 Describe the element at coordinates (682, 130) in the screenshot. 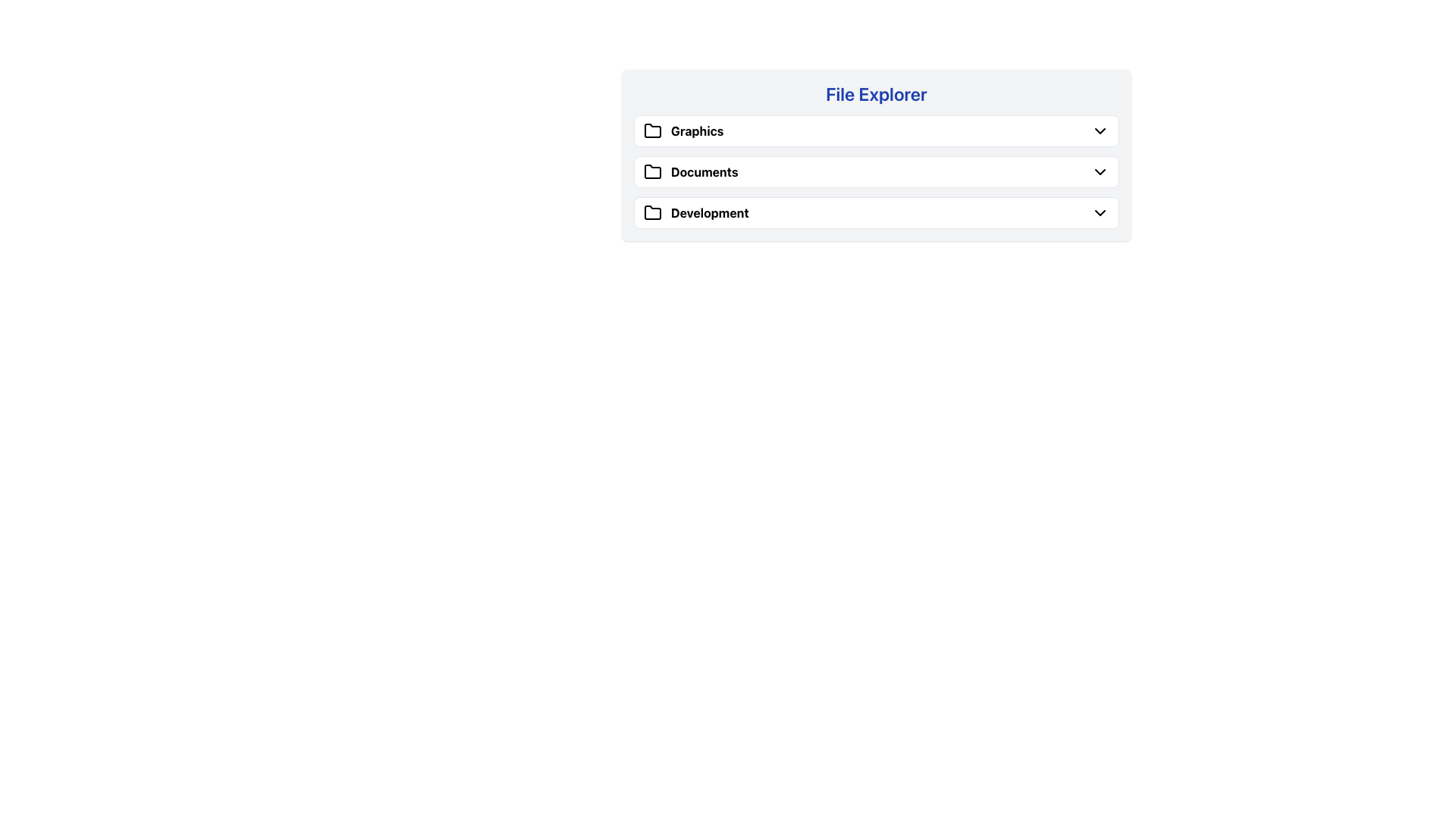

I see `the 'Graphics' folder label at the top of the vertical list in the File Explorer interface` at that location.